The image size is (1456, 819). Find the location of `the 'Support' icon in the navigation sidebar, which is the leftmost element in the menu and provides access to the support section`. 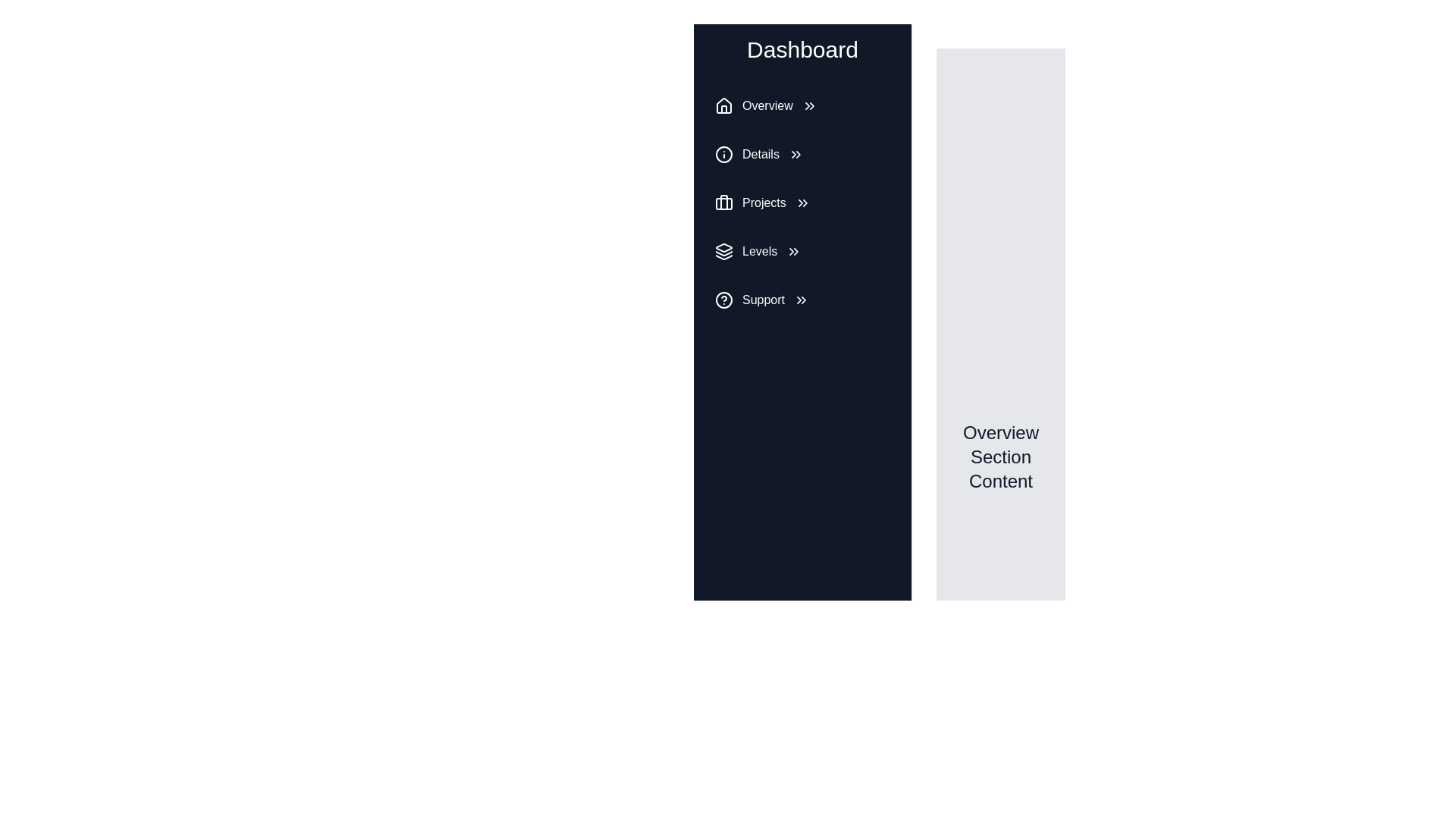

the 'Support' icon in the navigation sidebar, which is the leftmost element in the menu and provides access to the support section is located at coordinates (723, 300).